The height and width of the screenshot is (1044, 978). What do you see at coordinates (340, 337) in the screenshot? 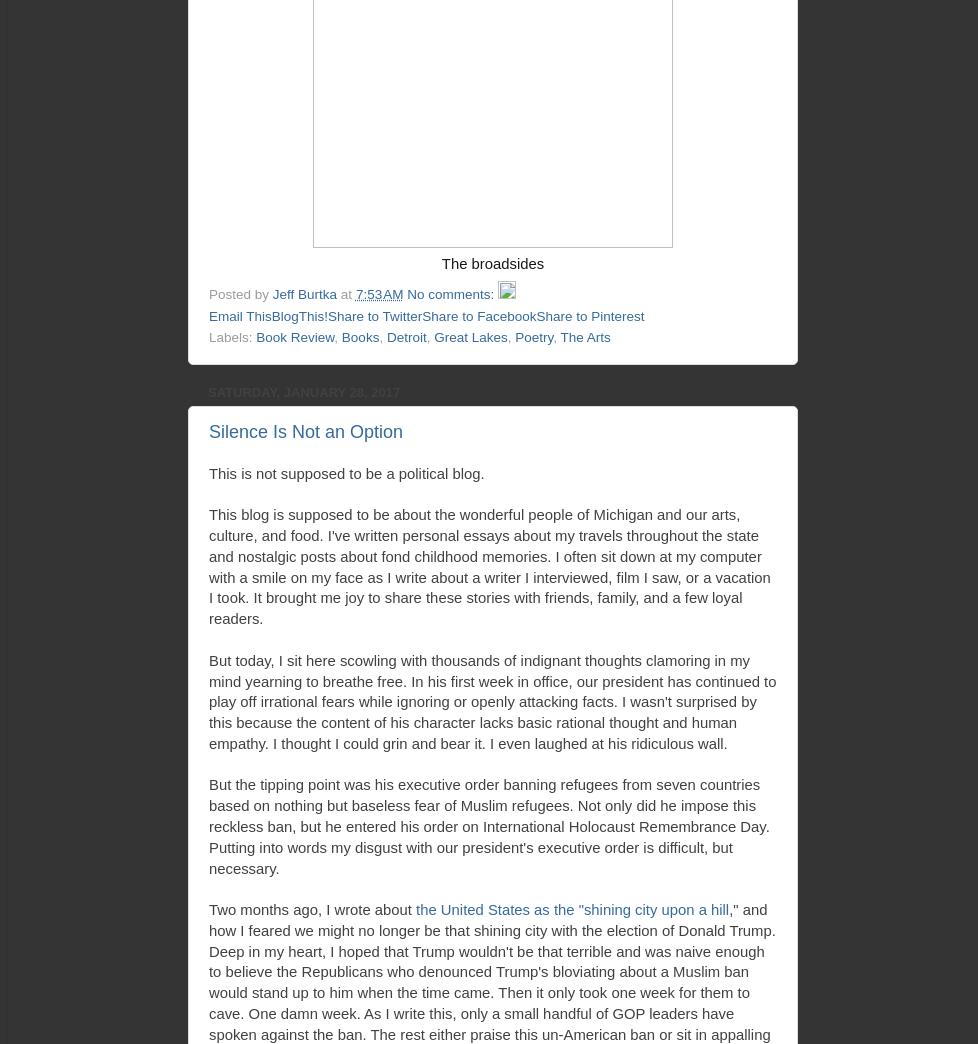
I see `'Books'` at bounding box center [340, 337].